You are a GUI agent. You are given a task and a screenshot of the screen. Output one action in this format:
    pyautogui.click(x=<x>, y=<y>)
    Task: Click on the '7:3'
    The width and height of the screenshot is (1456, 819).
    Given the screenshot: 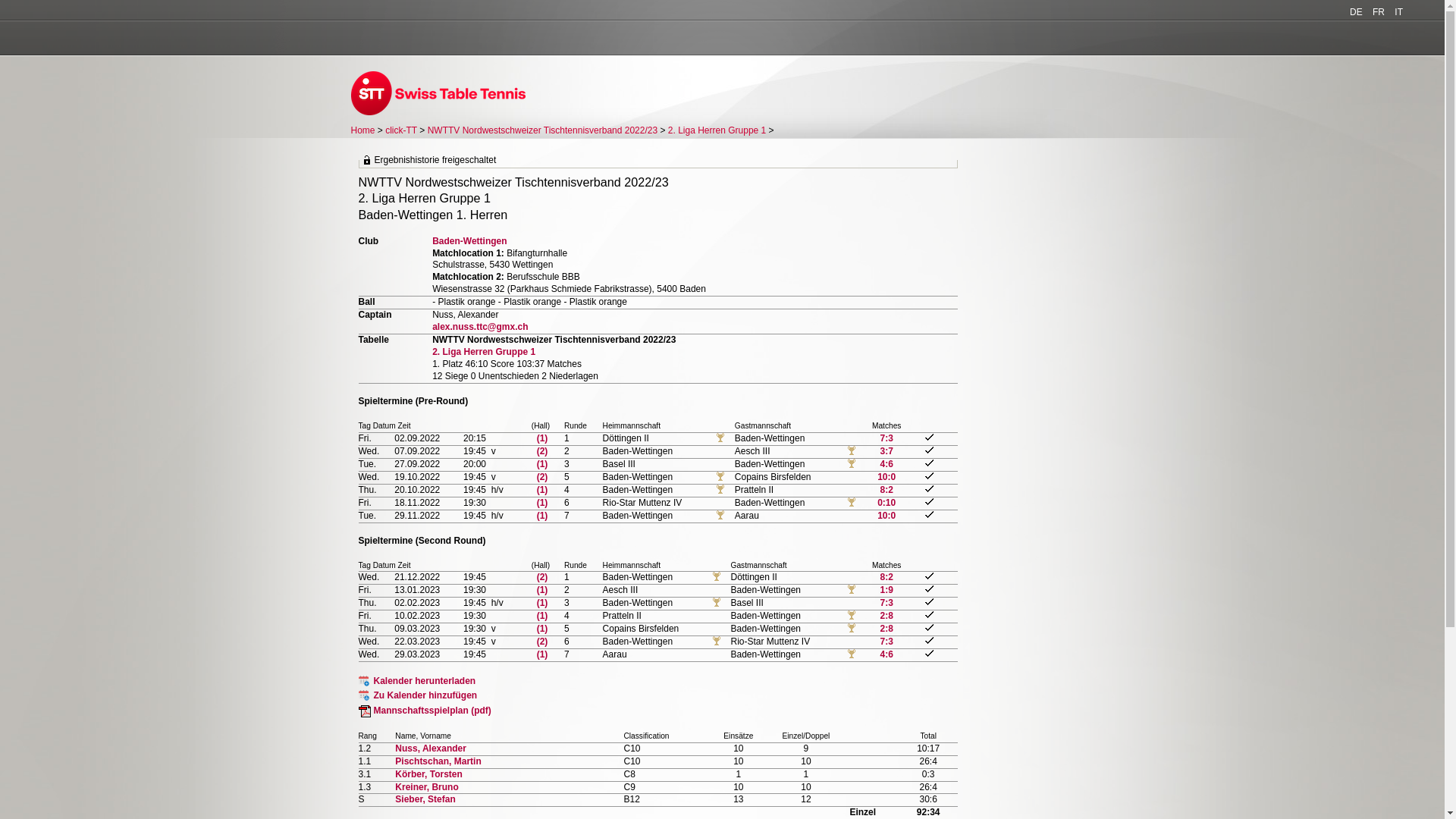 What is the action you would take?
    pyautogui.click(x=880, y=601)
    